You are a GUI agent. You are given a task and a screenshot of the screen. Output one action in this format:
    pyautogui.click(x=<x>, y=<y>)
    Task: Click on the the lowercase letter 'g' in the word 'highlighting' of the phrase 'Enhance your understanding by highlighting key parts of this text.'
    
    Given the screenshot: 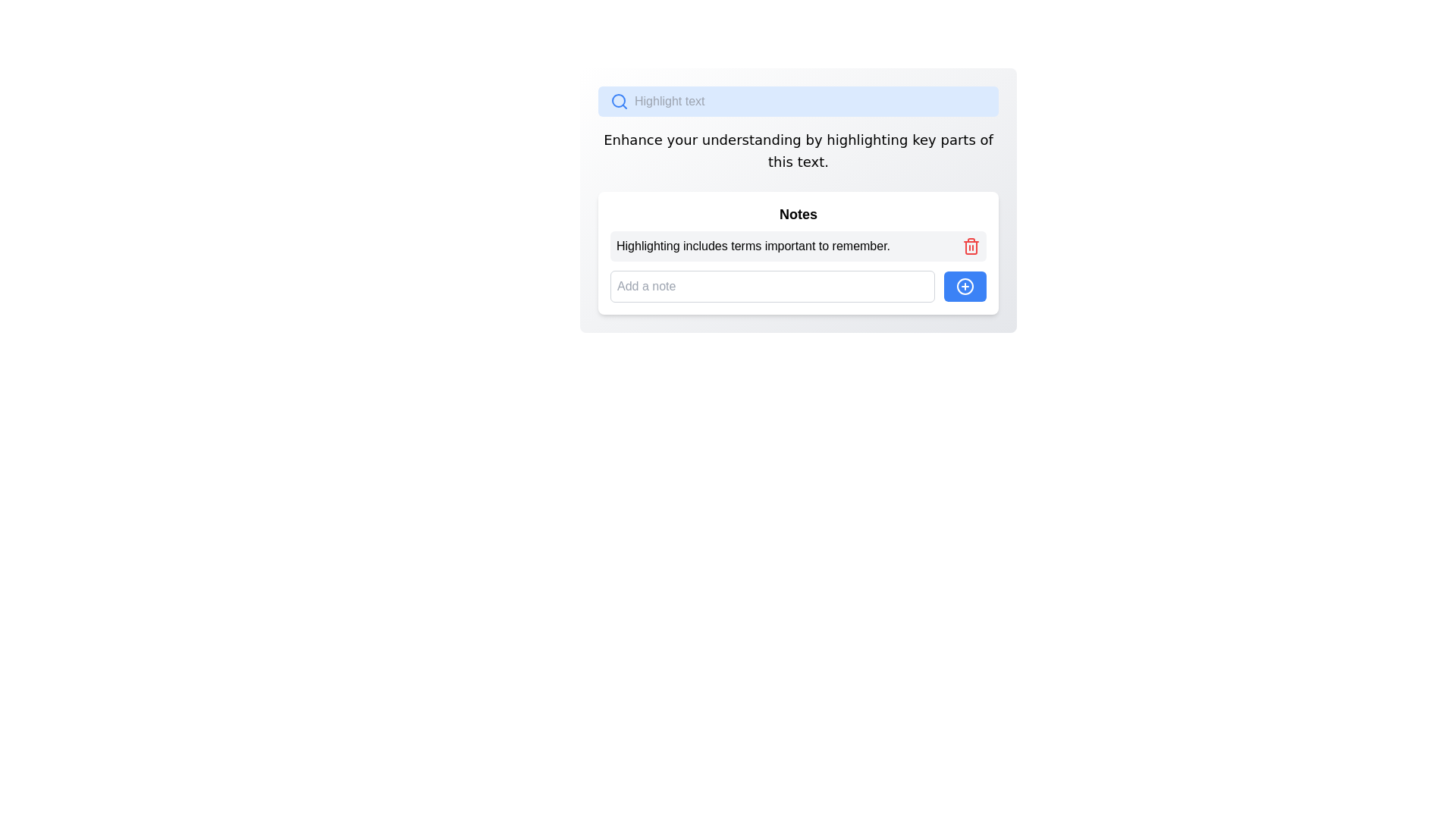 What is the action you would take?
    pyautogui.click(x=843, y=140)
    